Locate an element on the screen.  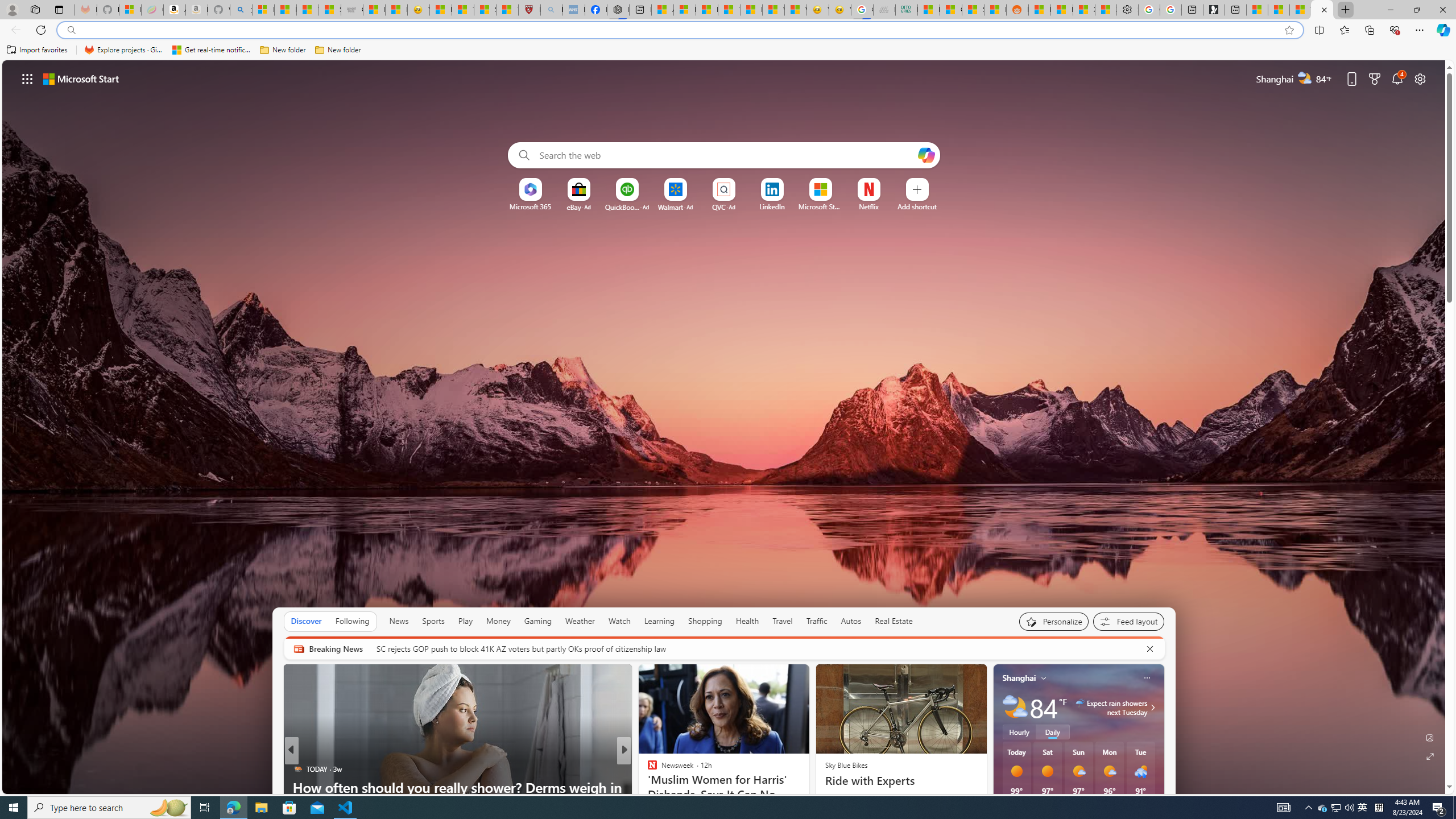
'Play' is located at coordinates (464, 621).